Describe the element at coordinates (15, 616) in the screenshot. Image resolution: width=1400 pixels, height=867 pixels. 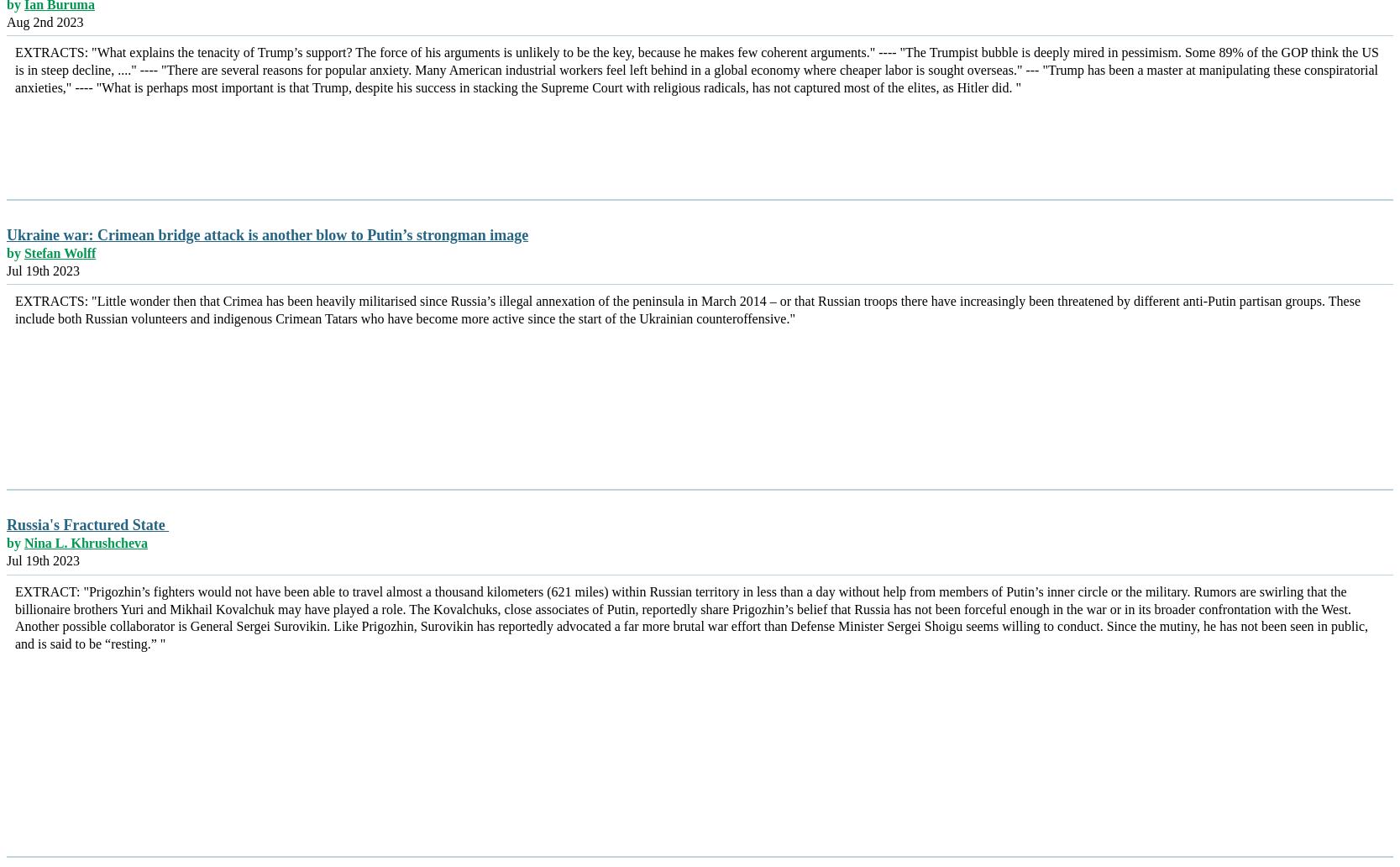
I see `'EXTRACT: "Prigozhin’s fighters would not have been able to travel almost a thousand kilometers (621 miles) within Russian territory in less than a day without help from members of Putin’s inner circle or the military. Rumors are swirling that the billionaire brothers Yuri and Mikhail Kovalchuk may have played a role. The Kovalchuks, close associates of Putin, reportedly share Prigozhin’s belief that Russia has not been forceful enough in the war or in its broader confrontation with the West.

Another possible collaborator is General Sergei Surovikin. Like Prigozhin, Surovikin has reportedly advocated a far more brutal war effort than Defense Minister Sergei Shoigu seems willing to conduct. Since the mutiny, he has not been seen in public, and is said to be “resting.” "'` at that location.